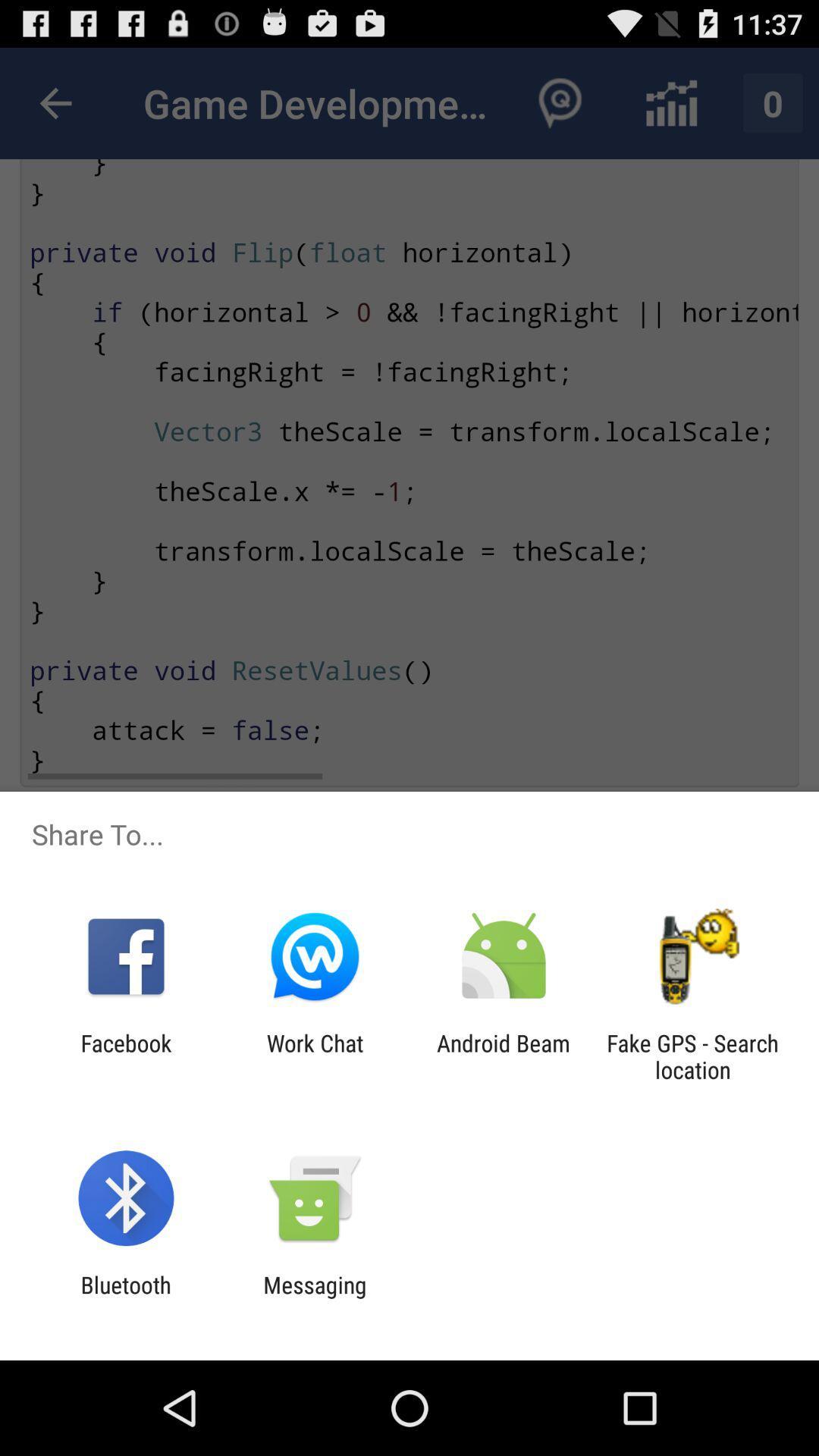 The image size is (819, 1456). Describe the element at coordinates (504, 1056) in the screenshot. I see `the icon next to the work chat item` at that location.